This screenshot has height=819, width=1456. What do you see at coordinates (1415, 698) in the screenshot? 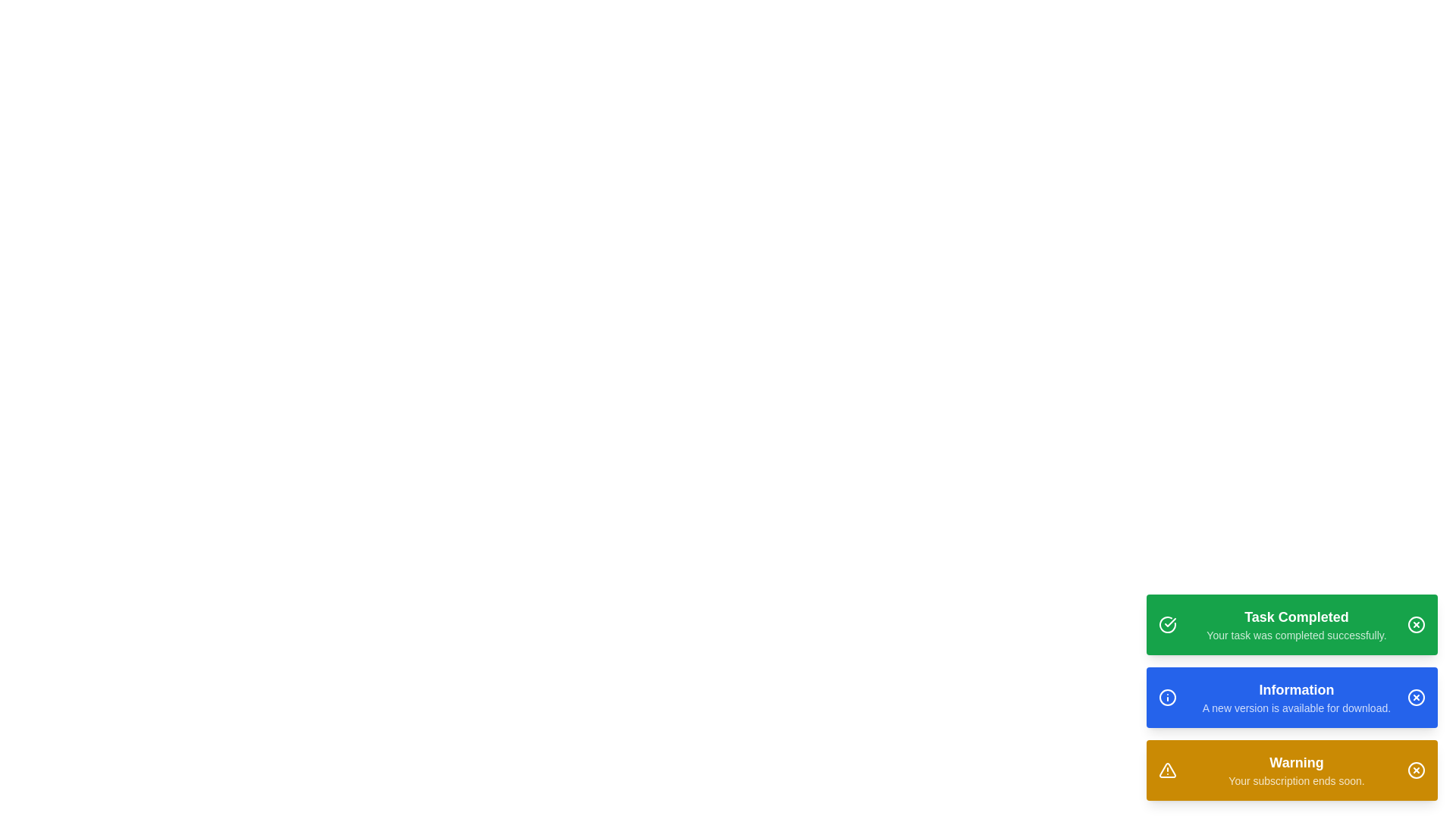
I see `the circular button with a white 'X' symbol located in the top-right corner of the blue notification banner` at bounding box center [1415, 698].